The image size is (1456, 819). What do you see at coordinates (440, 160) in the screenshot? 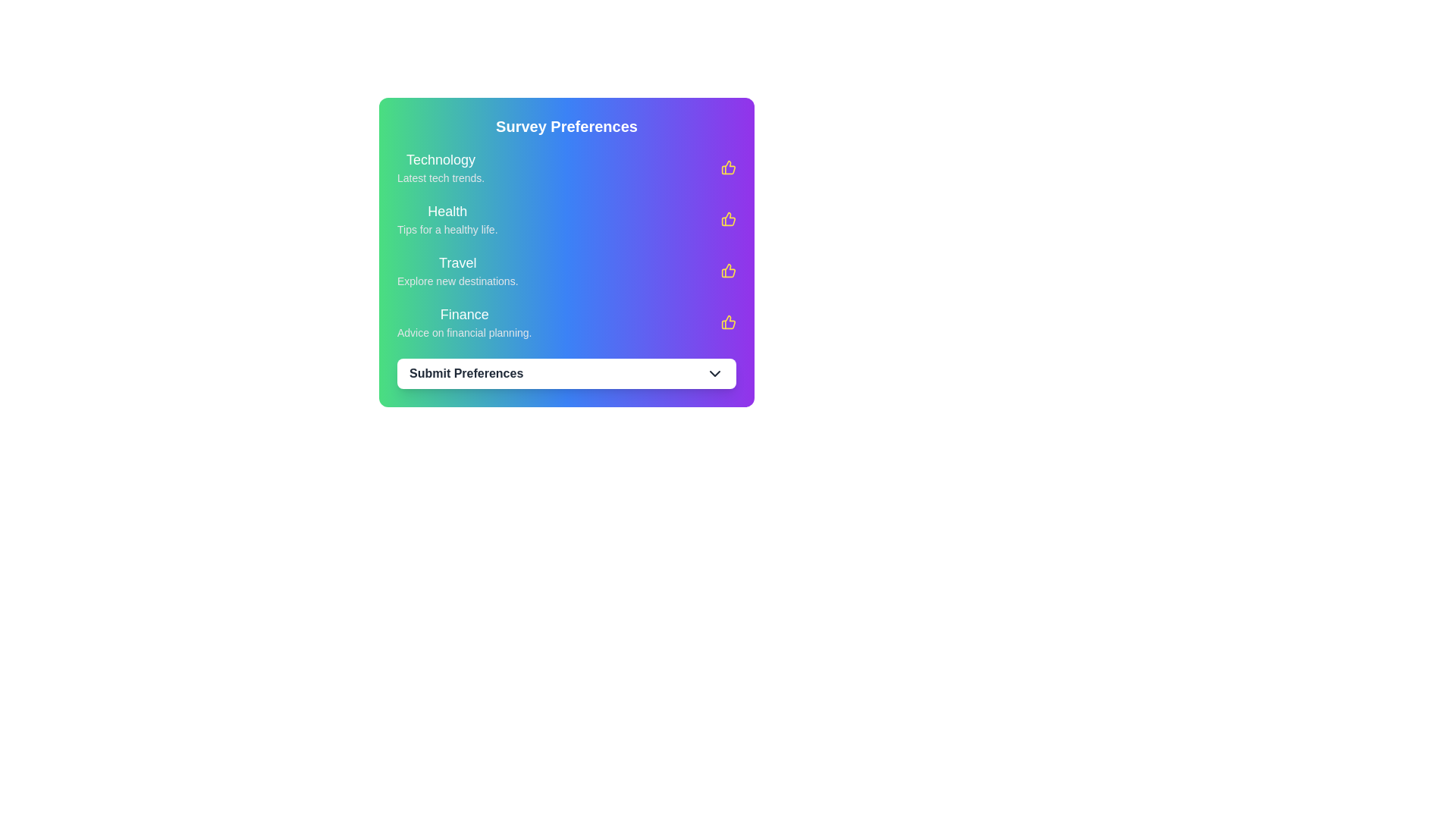
I see `the 'Technology' text label, which is displayed in a medium-sized bold font with a white color on a gradient background, located near the upper left corner of the interface` at bounding box center [440, 160].